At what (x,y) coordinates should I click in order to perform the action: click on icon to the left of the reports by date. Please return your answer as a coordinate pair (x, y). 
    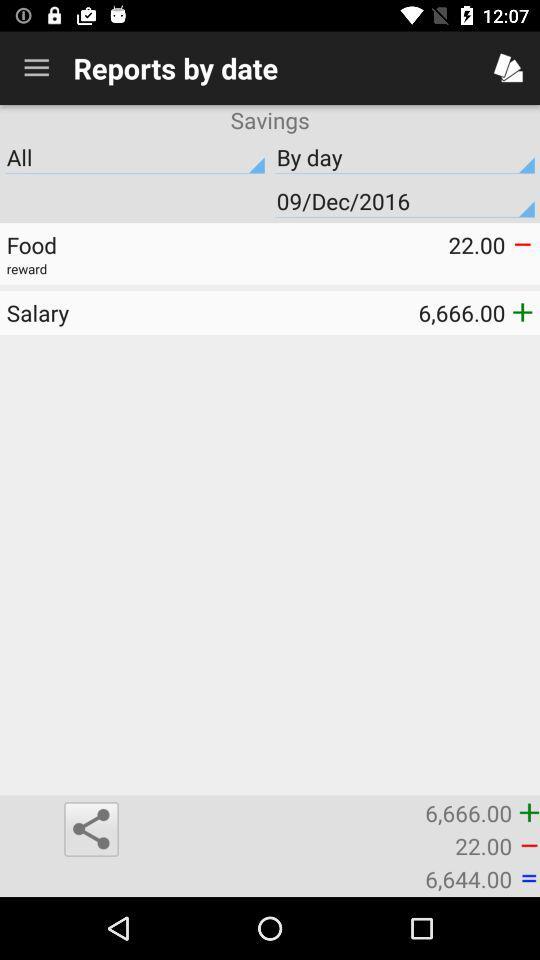
    Looking at the image, I should click on (36, 68).